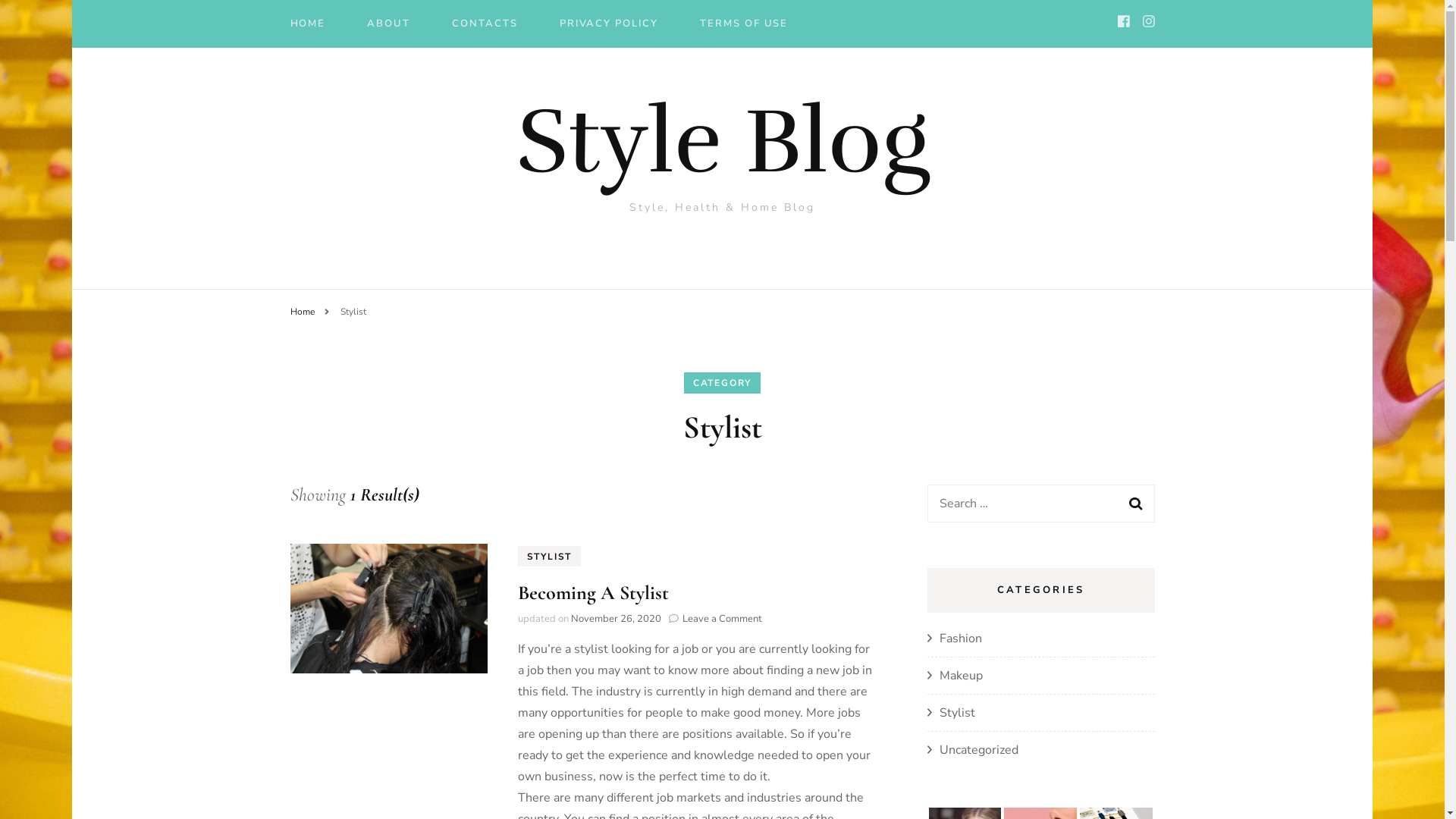  I want to click on 'HOME', so click(290, 25).